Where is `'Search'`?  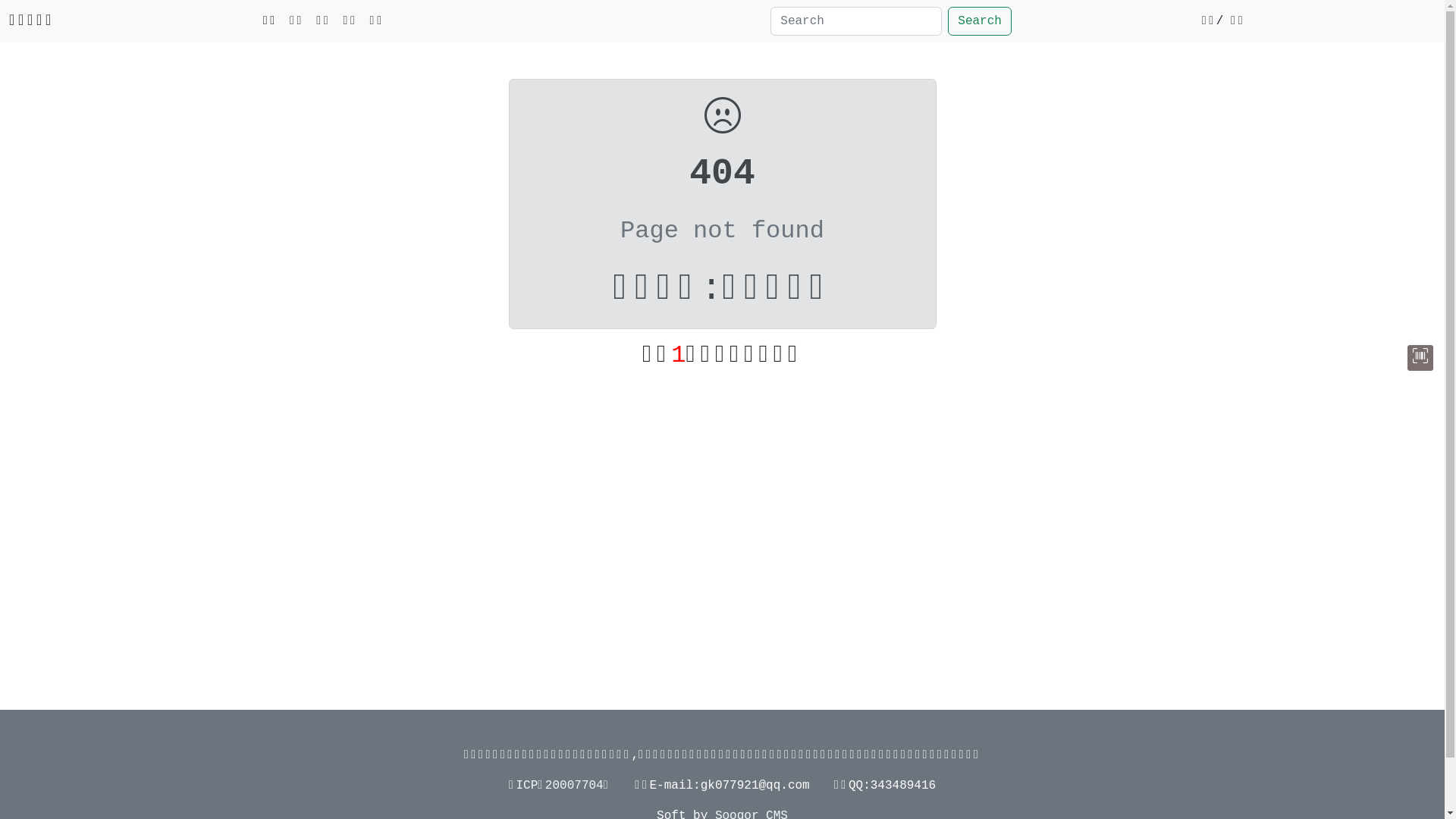
'Search' is located at coordinates (979, 20).